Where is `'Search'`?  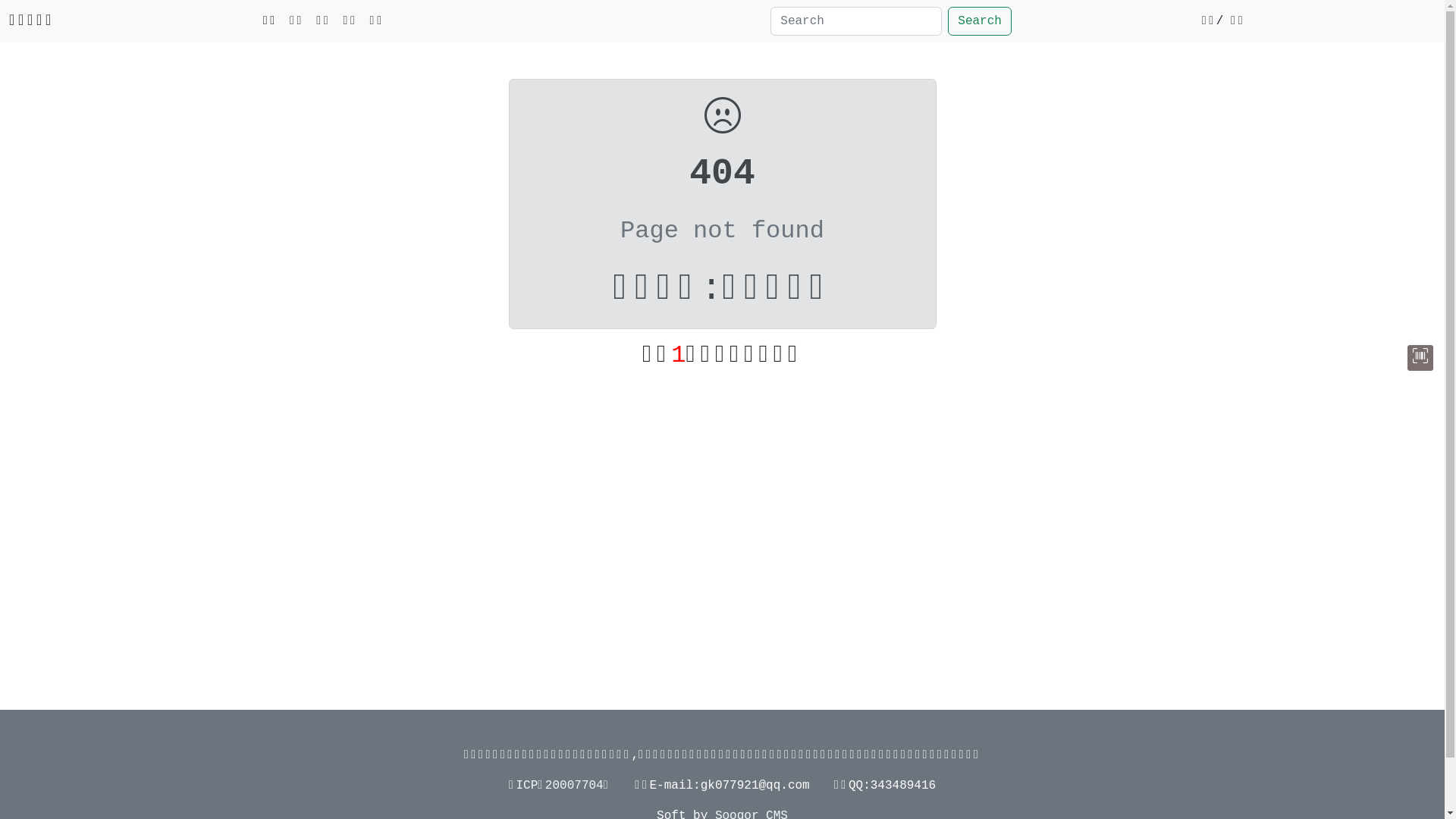
'Search' is located at coordinates (979, 20).